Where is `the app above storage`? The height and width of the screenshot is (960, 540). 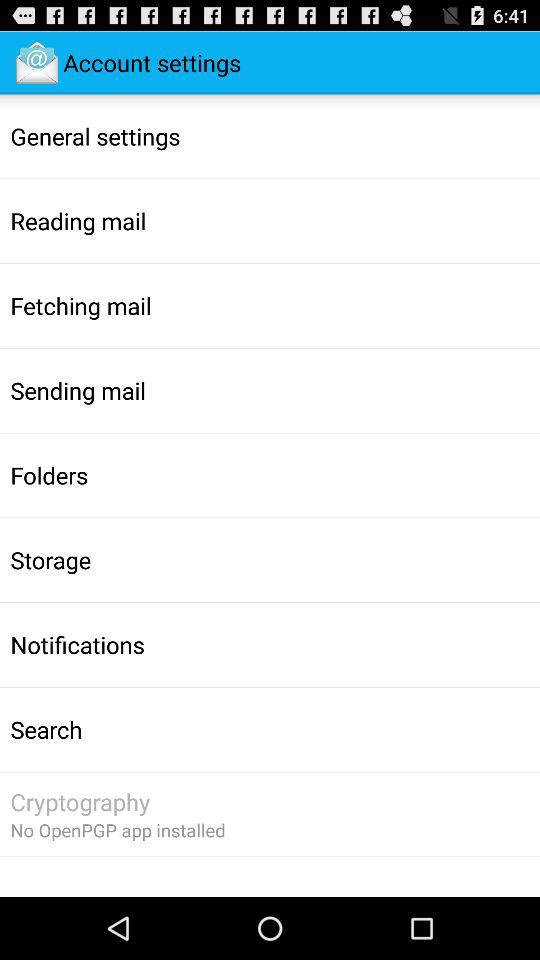
the app above storage is located at coordinates (49, 475).